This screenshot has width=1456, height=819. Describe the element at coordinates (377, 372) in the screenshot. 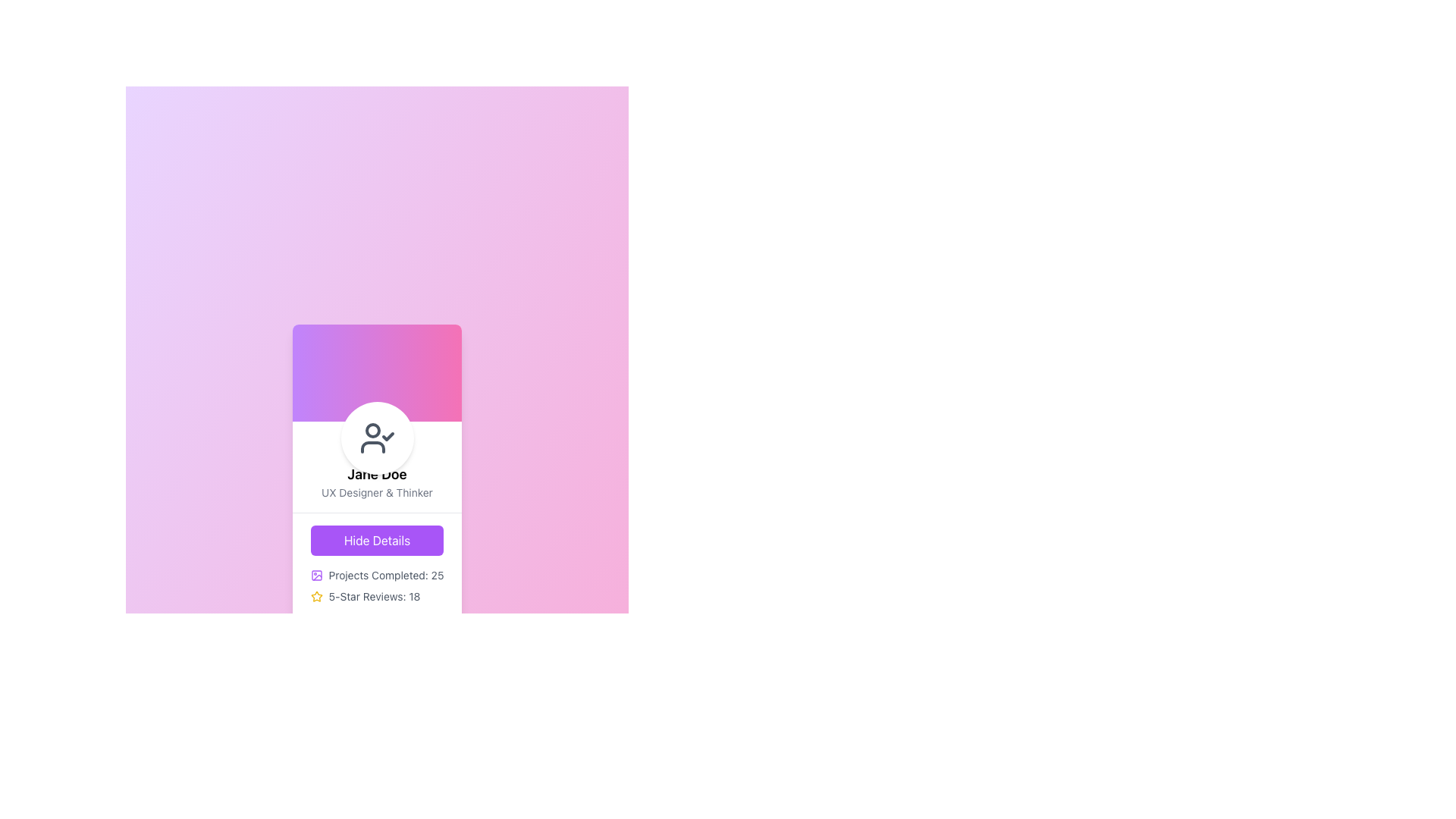

I see `the decorative background panel located at the top center of the card, which enhances the visual appeal of the layout` at that location.